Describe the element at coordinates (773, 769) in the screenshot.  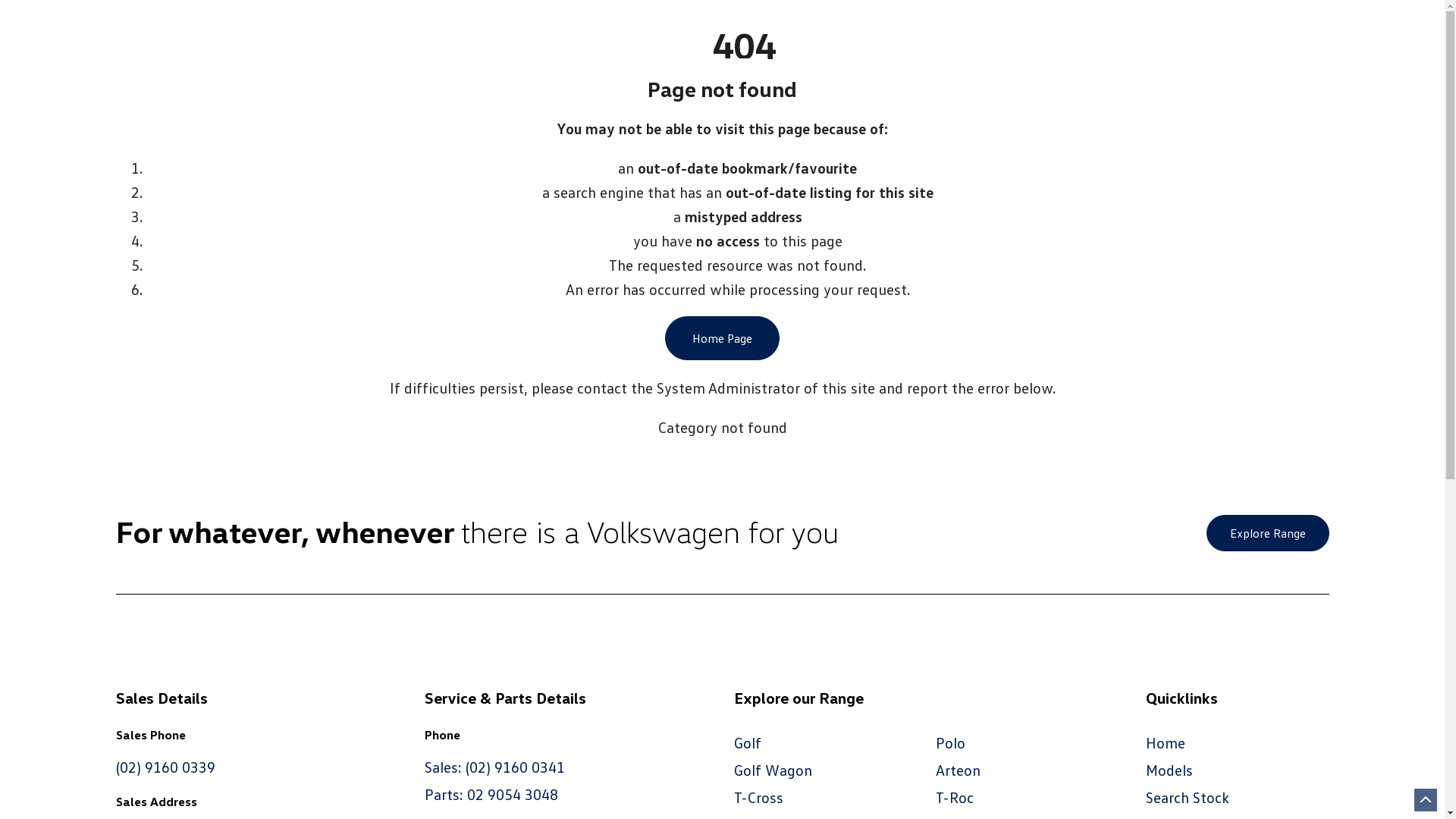
I see `'Golf Wagon'` at that location.